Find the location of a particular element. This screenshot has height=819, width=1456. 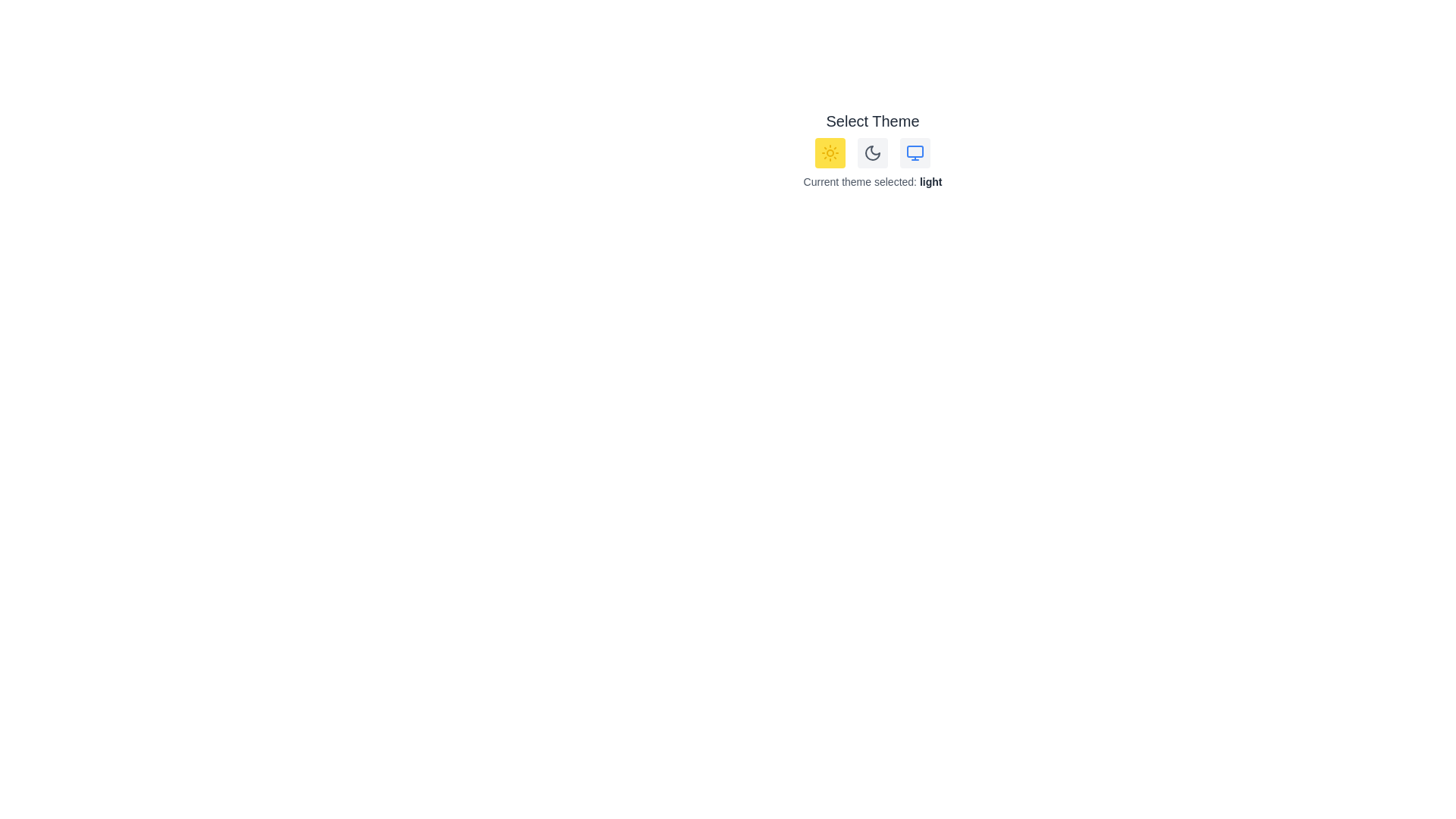

the 'Sun' button to select the light theme is located at coordinates (829, 152).